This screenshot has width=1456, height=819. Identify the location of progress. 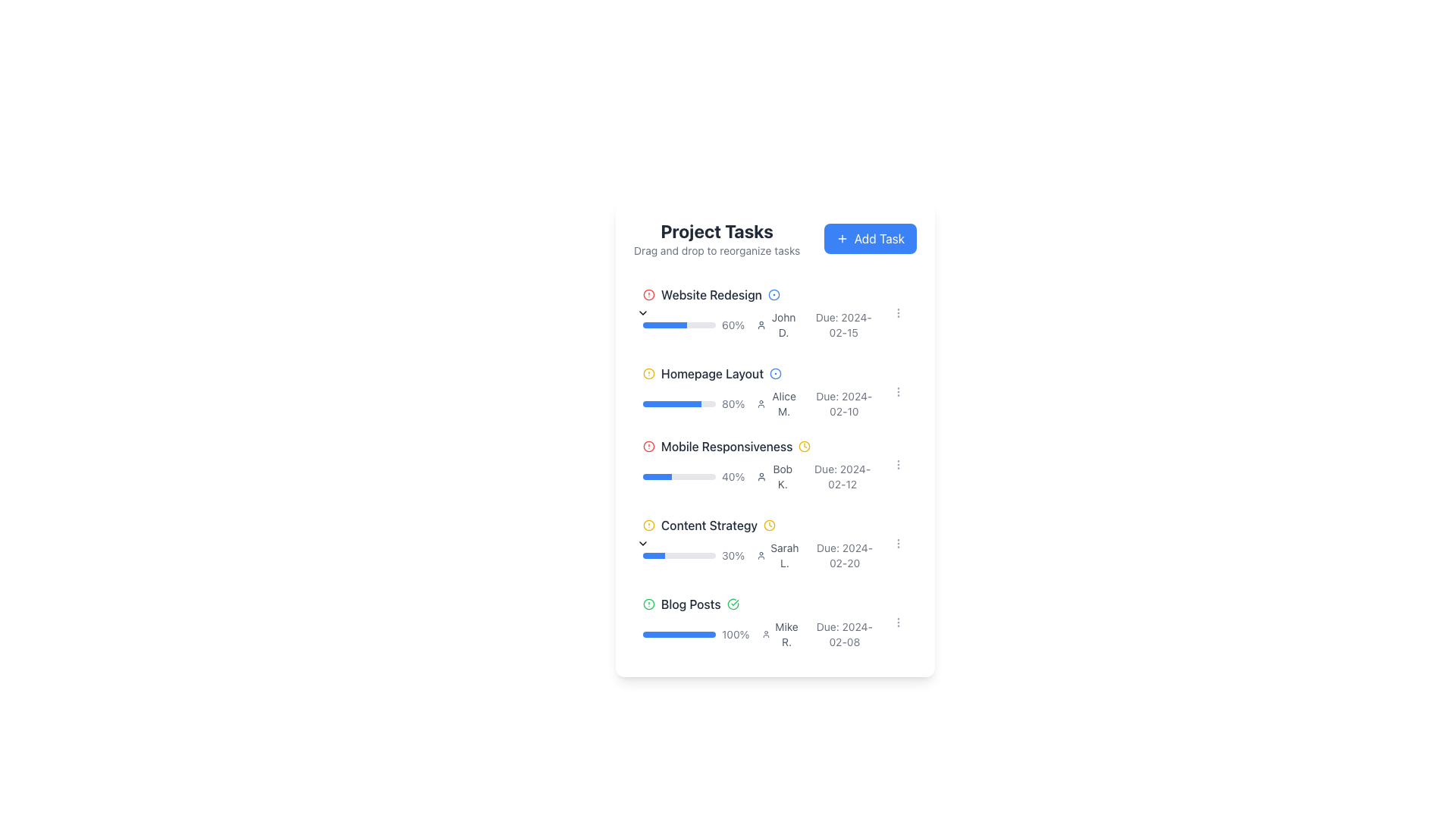
(651, 475).